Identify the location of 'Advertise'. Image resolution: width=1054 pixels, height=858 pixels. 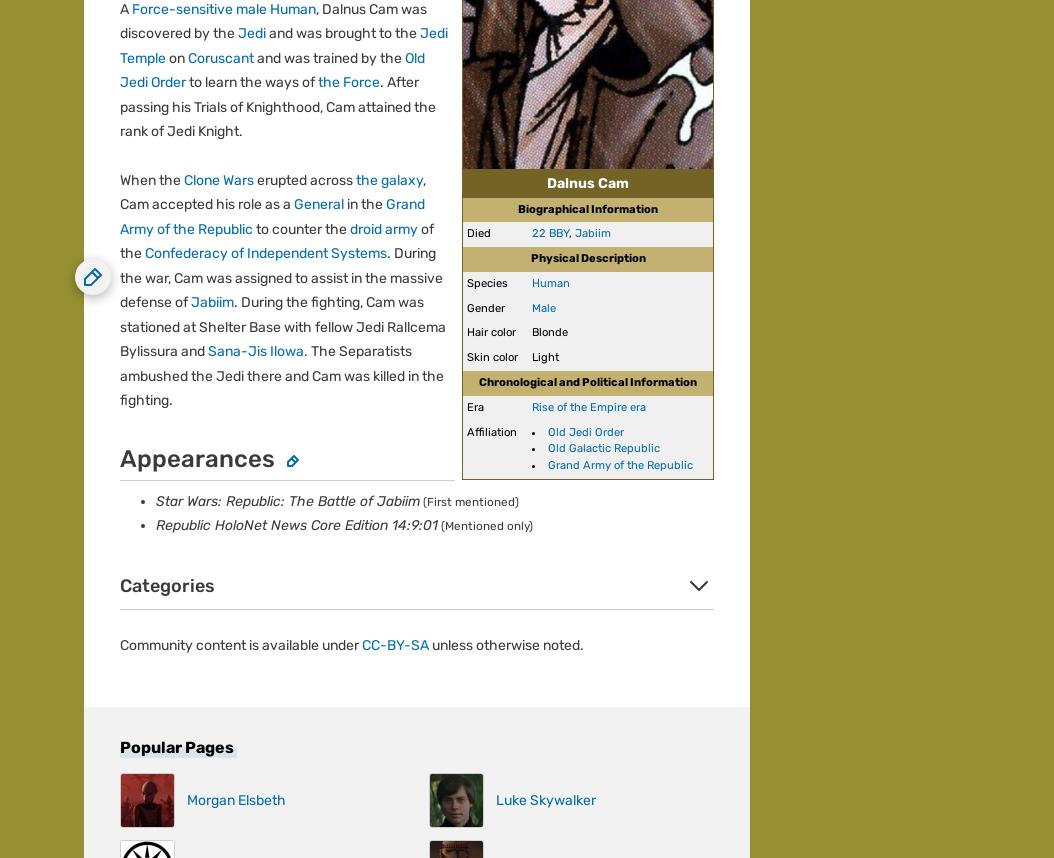
(83, 215).